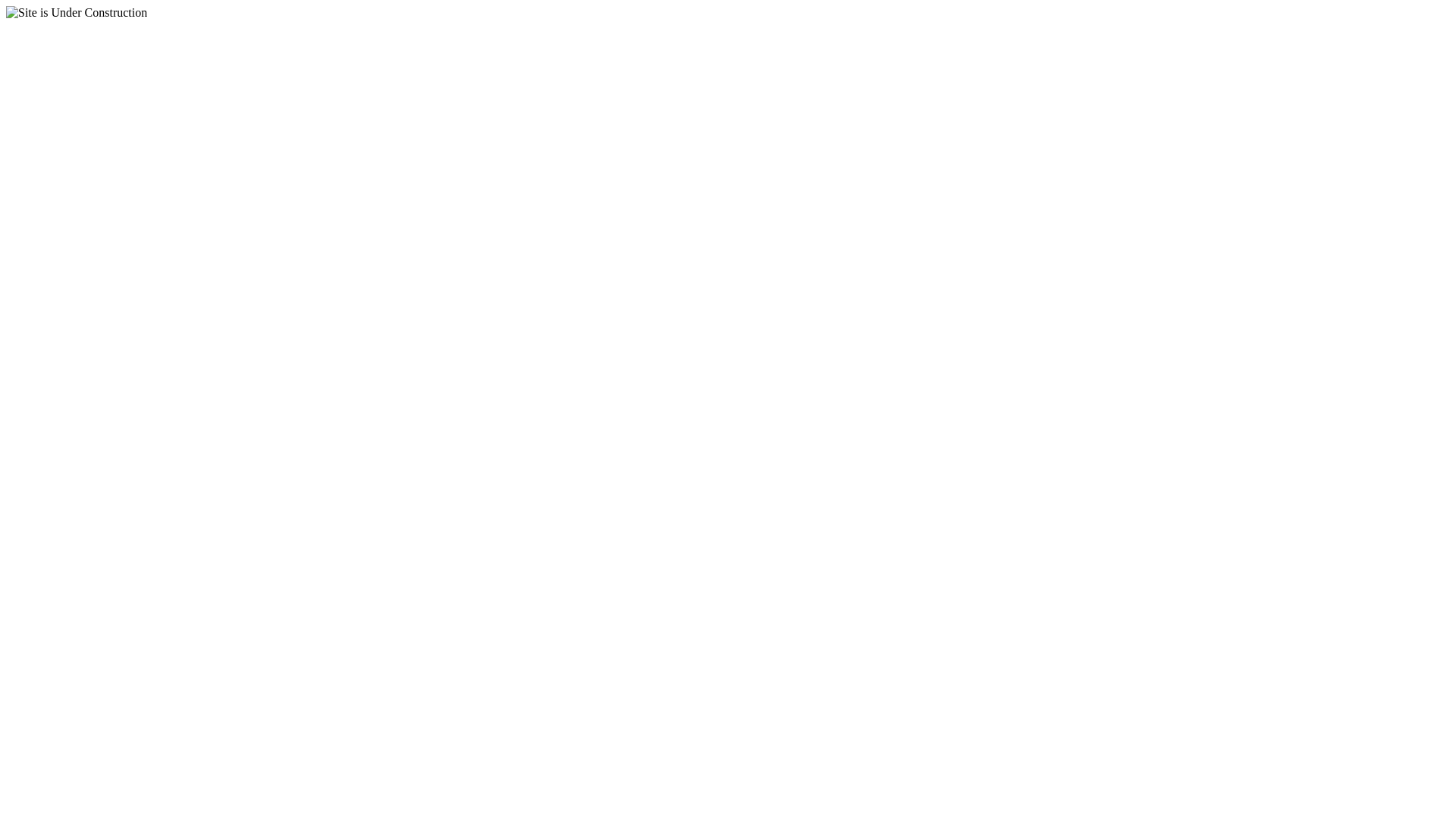 The image size is (1456, 819). I want to click on 'Site is Under Construction', so click(75, 12).